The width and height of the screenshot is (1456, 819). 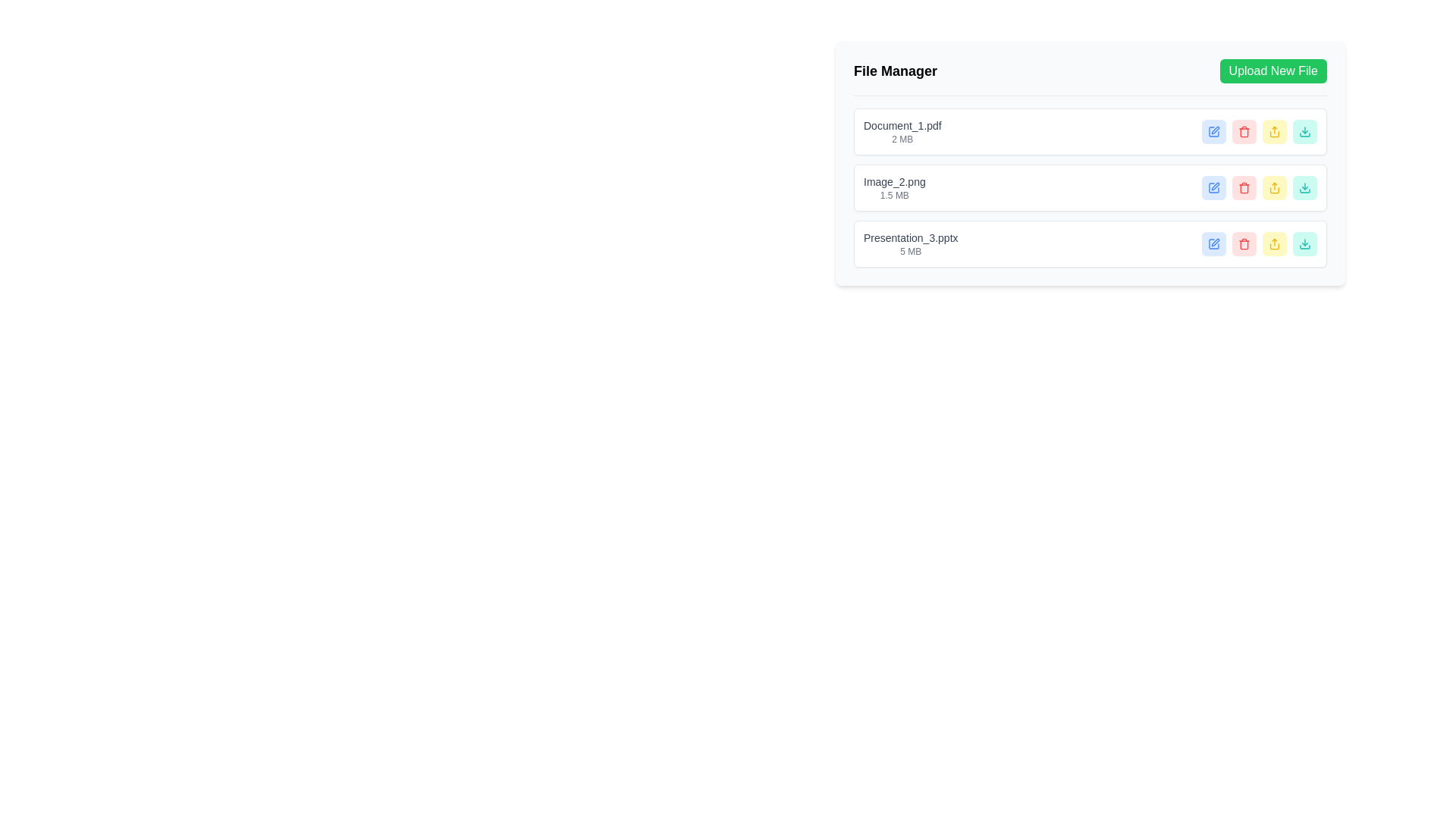 I want to click on the share button located in the top-right corner of the file manager interface associated with 'Document_1.pdf' to initiate the sharing action, so click(x=1274, y=130).